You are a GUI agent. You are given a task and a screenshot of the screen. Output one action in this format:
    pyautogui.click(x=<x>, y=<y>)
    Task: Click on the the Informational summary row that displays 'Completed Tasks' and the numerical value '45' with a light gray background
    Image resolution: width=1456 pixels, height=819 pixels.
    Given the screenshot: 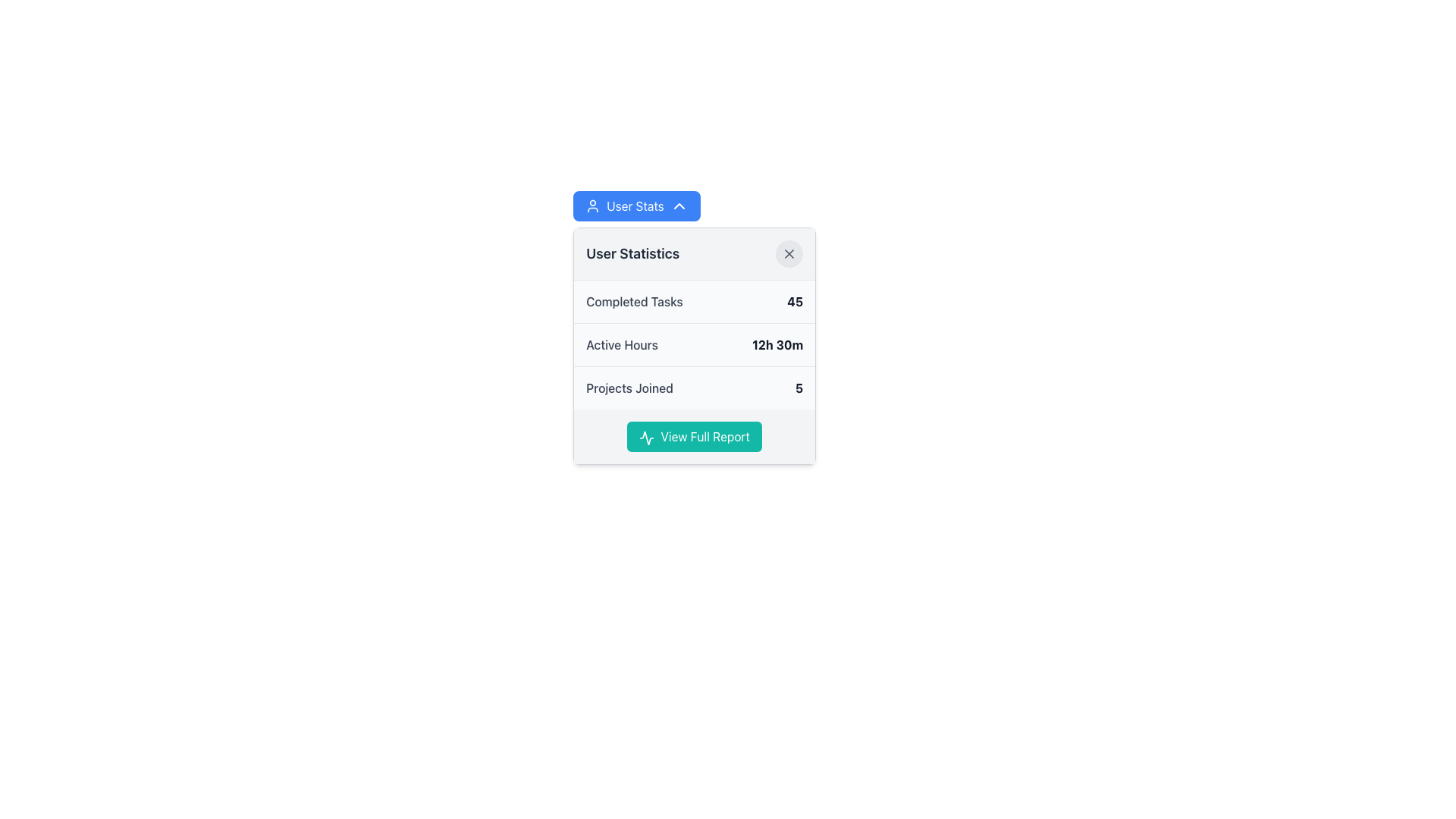 What is the action you would take?
    pyautogui.click(x=694, y=301)
    